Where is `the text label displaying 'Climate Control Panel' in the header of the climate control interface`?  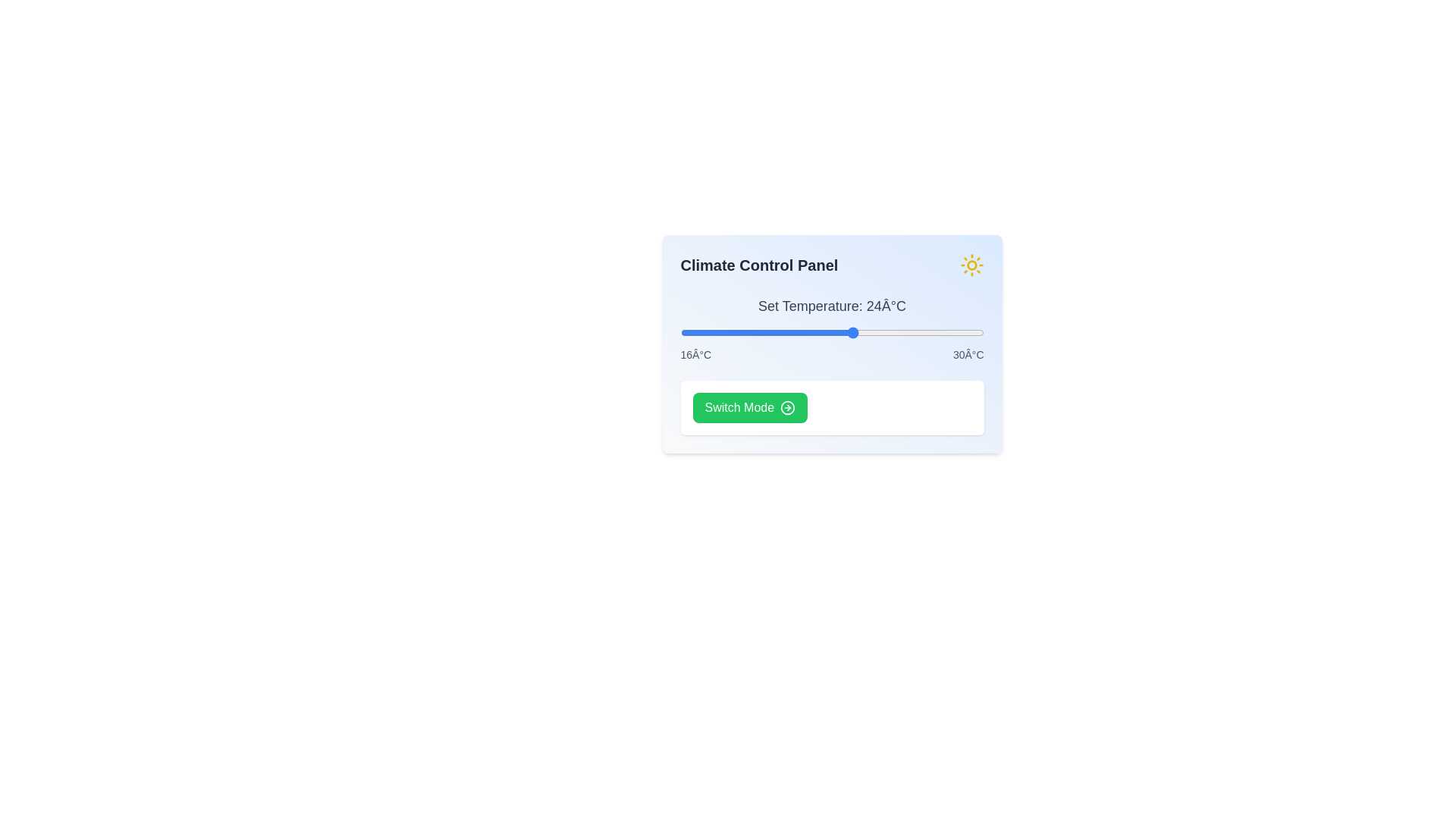
the text label displaying 'Climate Control Panel' in the header of the climate control interface is located at coordinates (759, 265).